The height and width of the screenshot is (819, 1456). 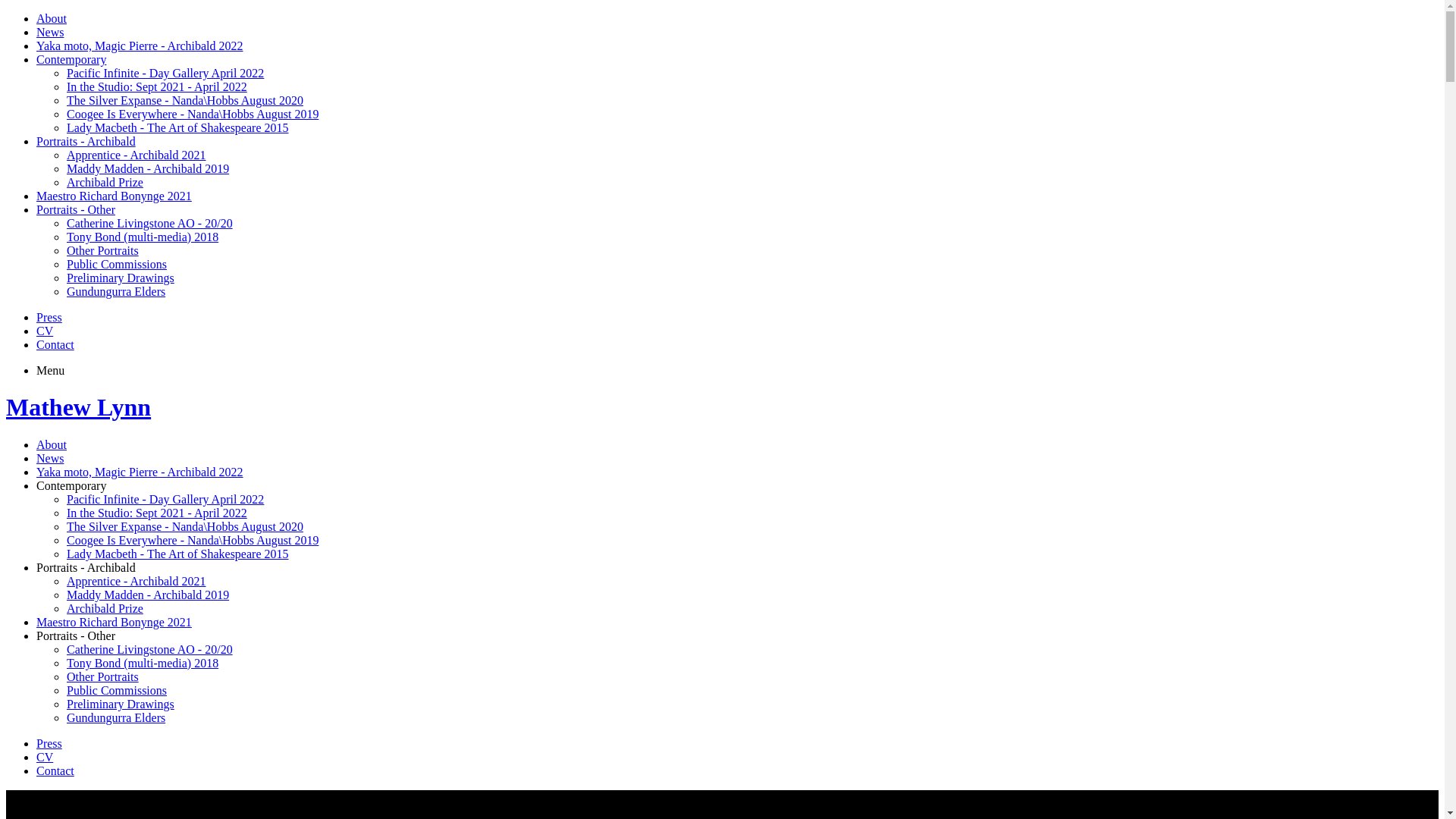 I want to click on 'Lady Macbeth - The Art of Shakespeare 2015', so click(x=177, y=554).